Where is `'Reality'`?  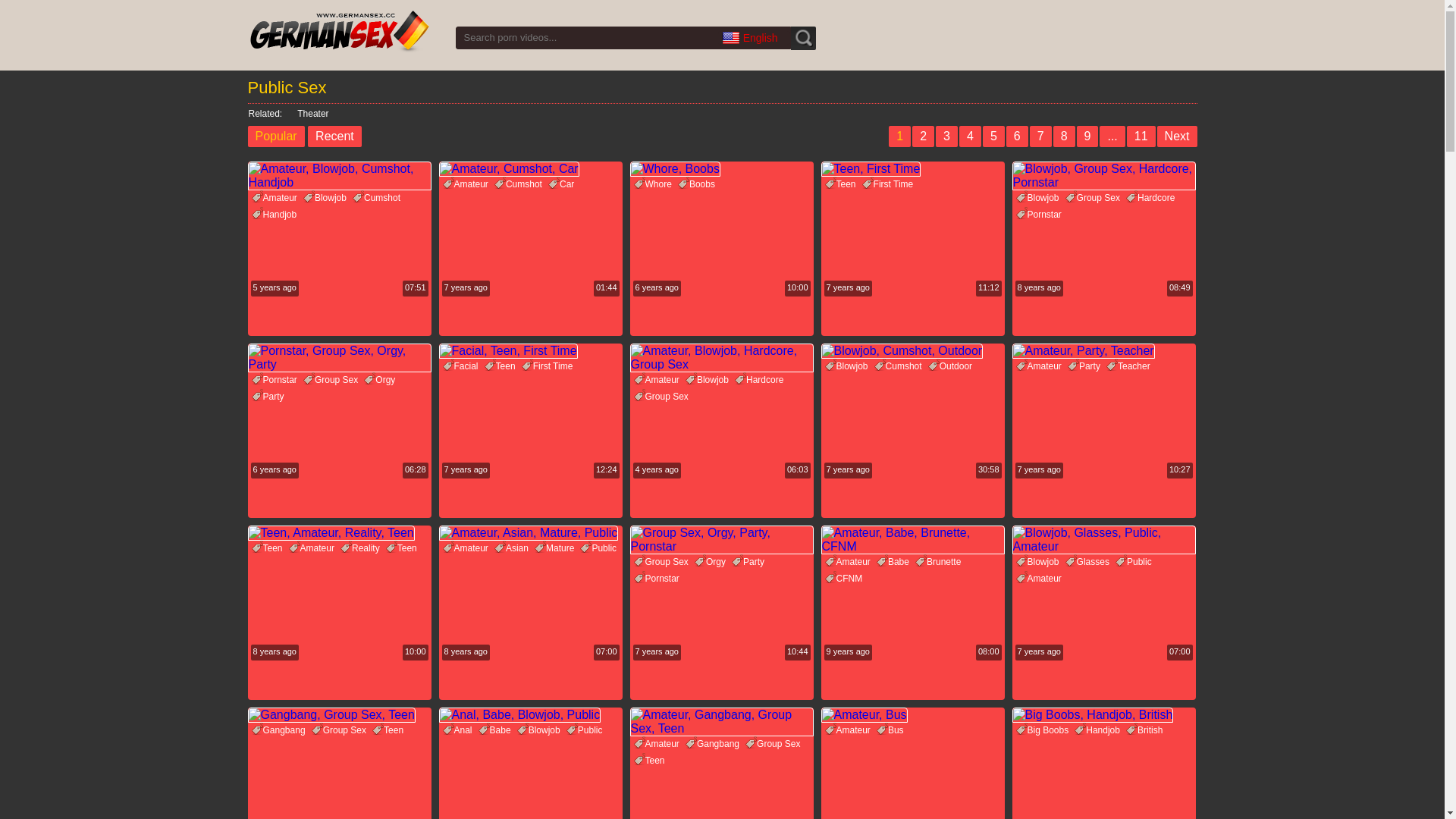
'Reality' is located at coordinates (361, 548).